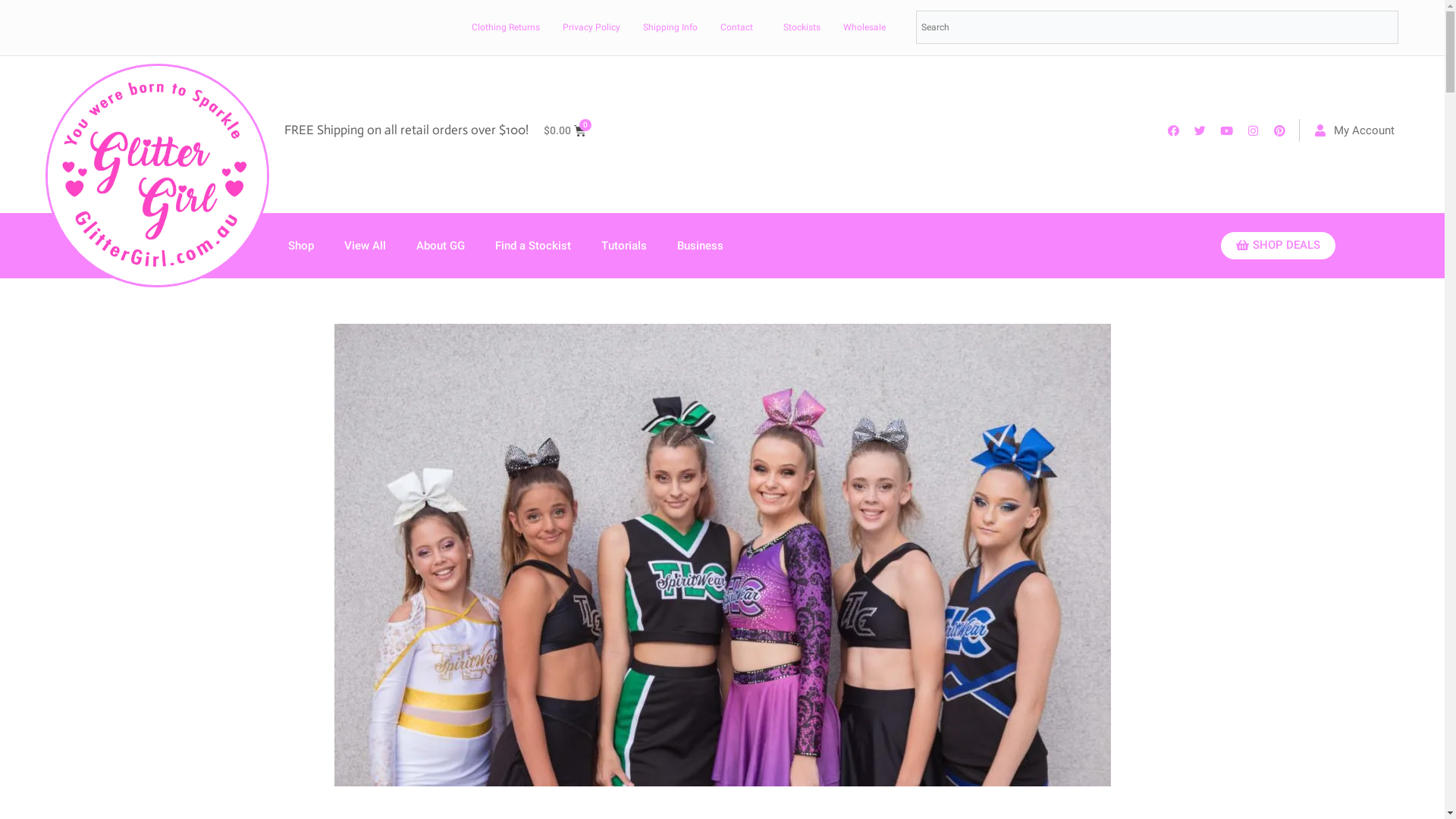 This screenshot has width=1456, height=819. What do you see at coordinates (628, 27) in the screenshot?
I see `'Shipping Info'` at bounding box center [628, 27].